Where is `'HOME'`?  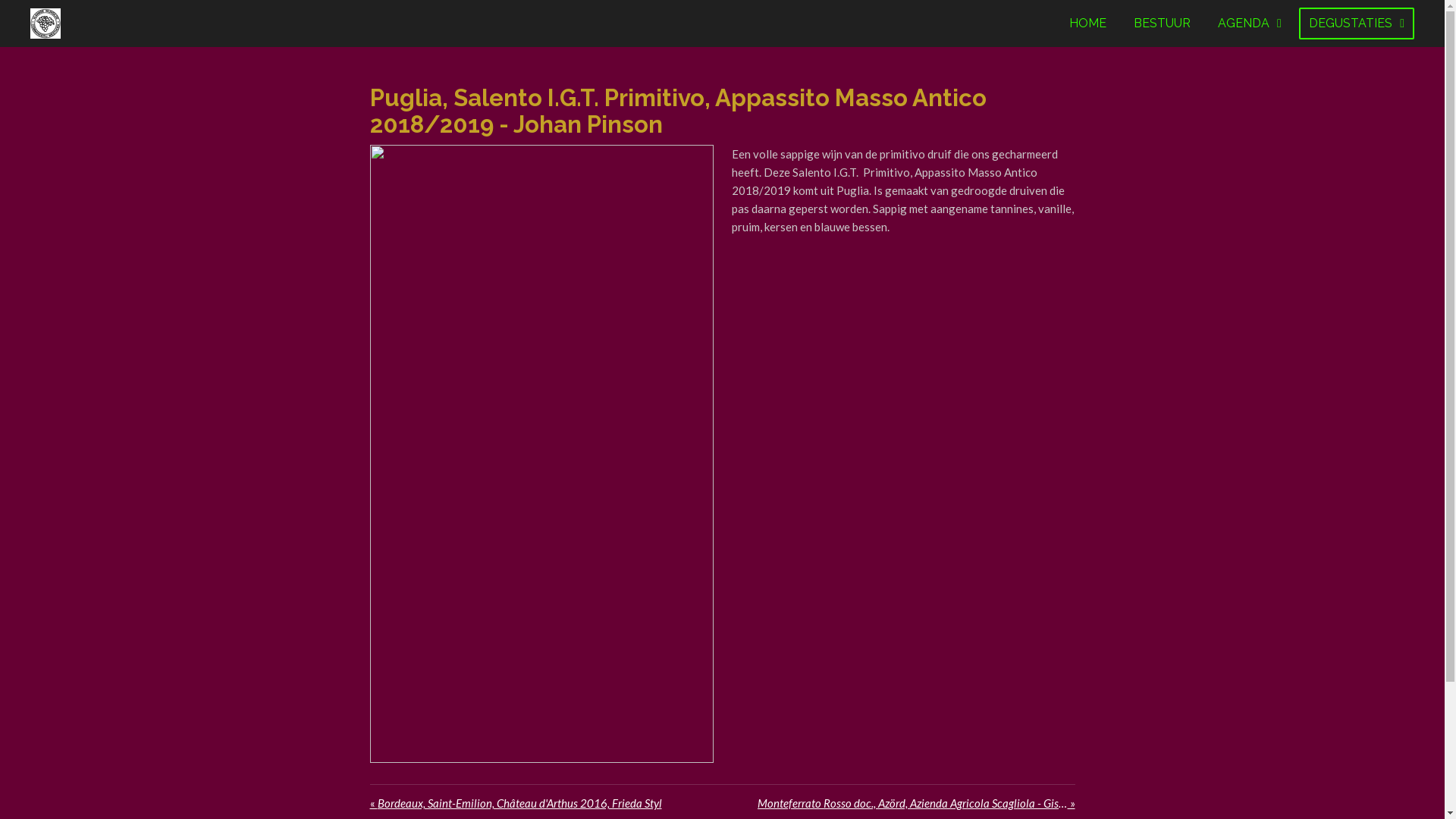 'HOME' is located at coordinates (1058, 23).